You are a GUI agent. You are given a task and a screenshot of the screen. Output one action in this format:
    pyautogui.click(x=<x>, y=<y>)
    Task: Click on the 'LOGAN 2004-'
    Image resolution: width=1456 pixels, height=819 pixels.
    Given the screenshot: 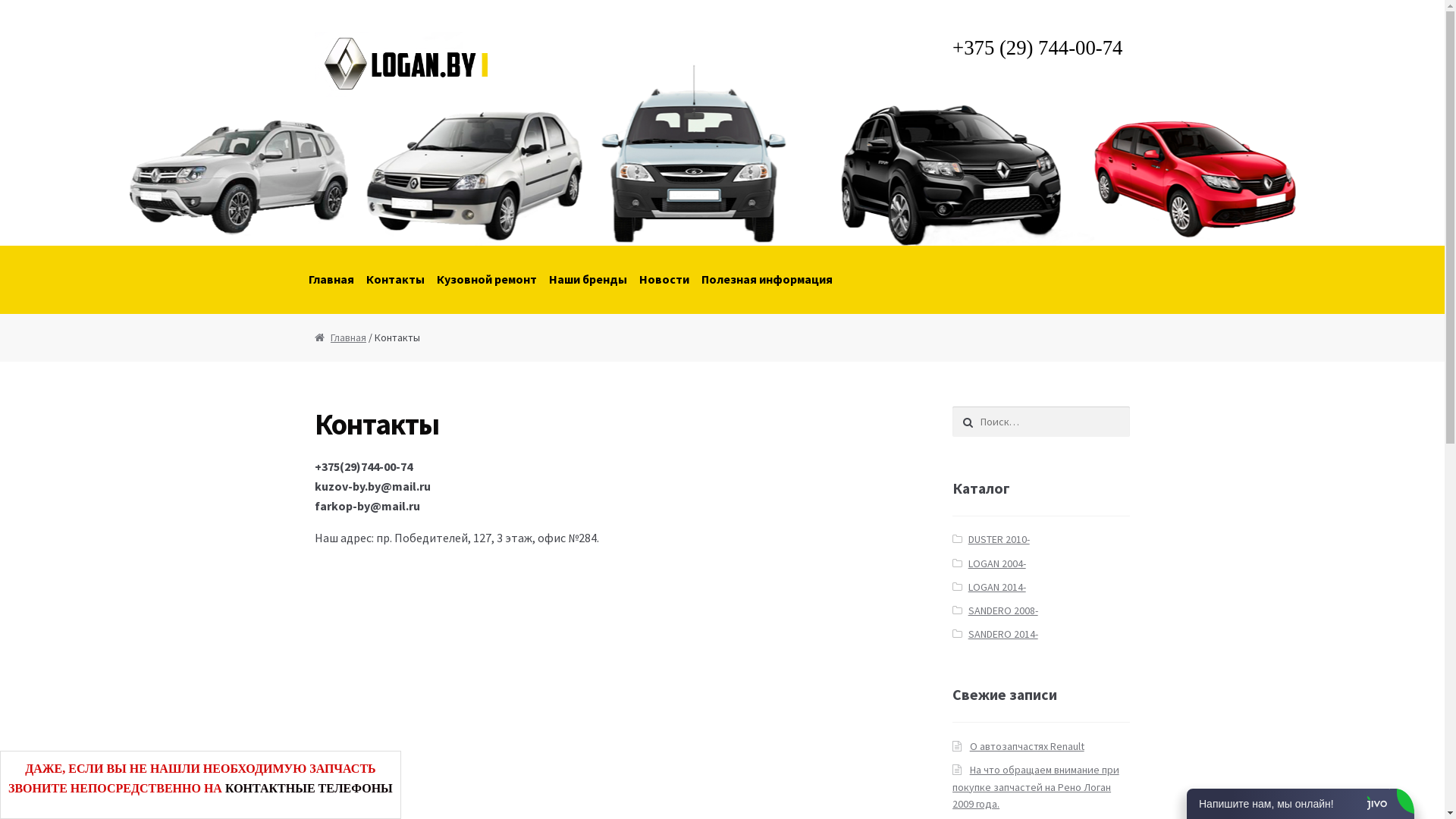 What is the action you would take?
    pyautogui.click(x=997, y=563)
    